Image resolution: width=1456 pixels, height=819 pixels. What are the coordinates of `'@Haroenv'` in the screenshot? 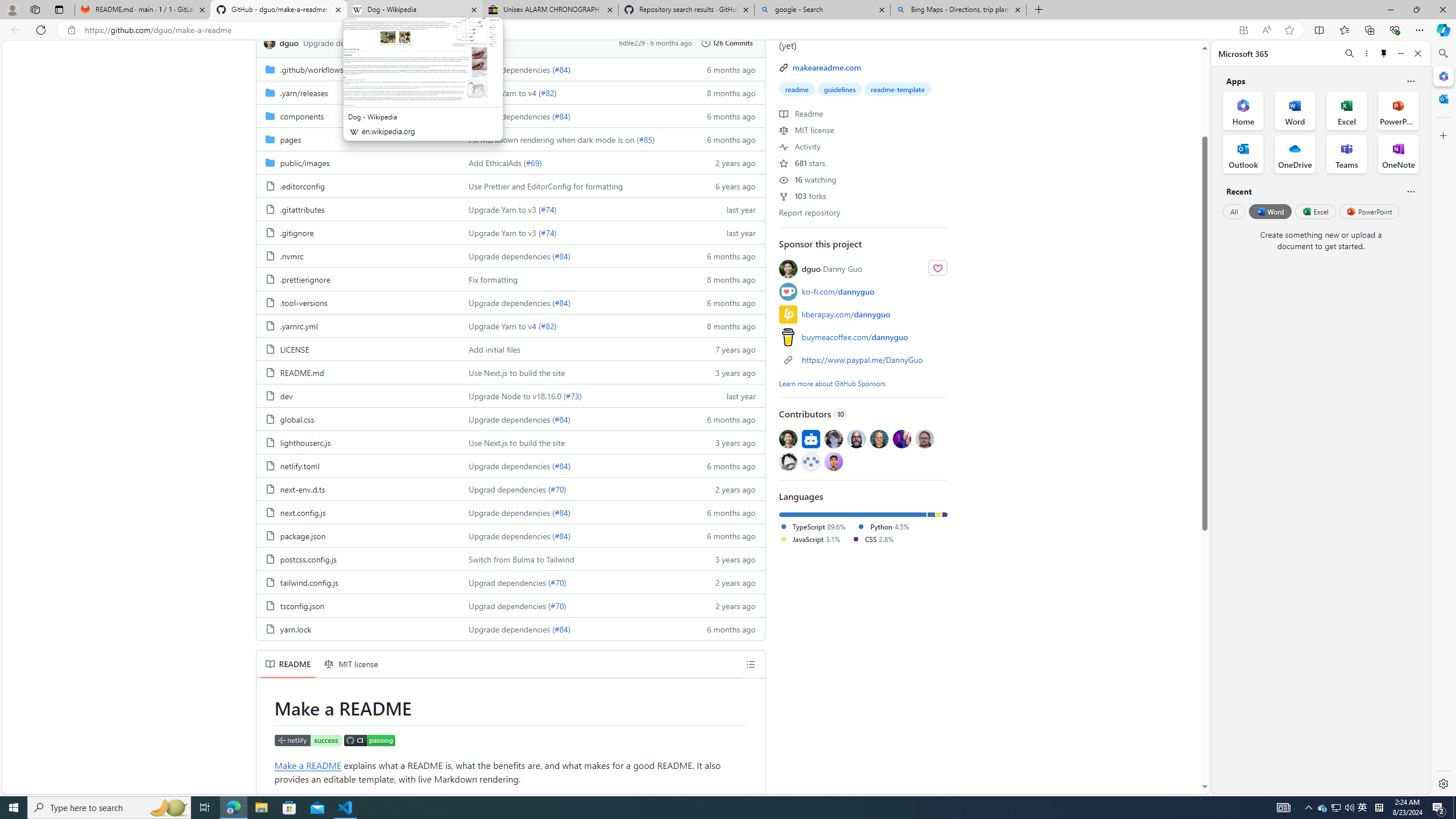 It's located at (901, 438).